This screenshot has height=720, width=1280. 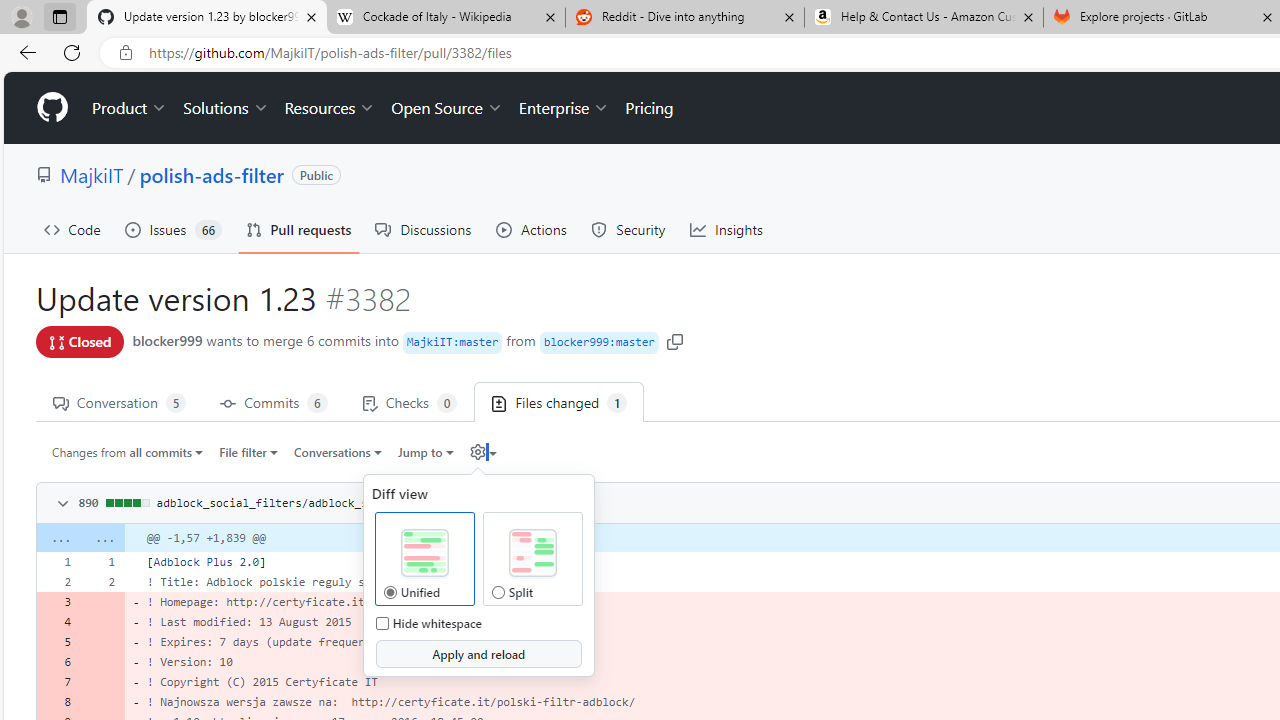 What do you see at coordinates (72, 229) in the screenshot?
I see `'Code'` at bounding box center [72, 229].